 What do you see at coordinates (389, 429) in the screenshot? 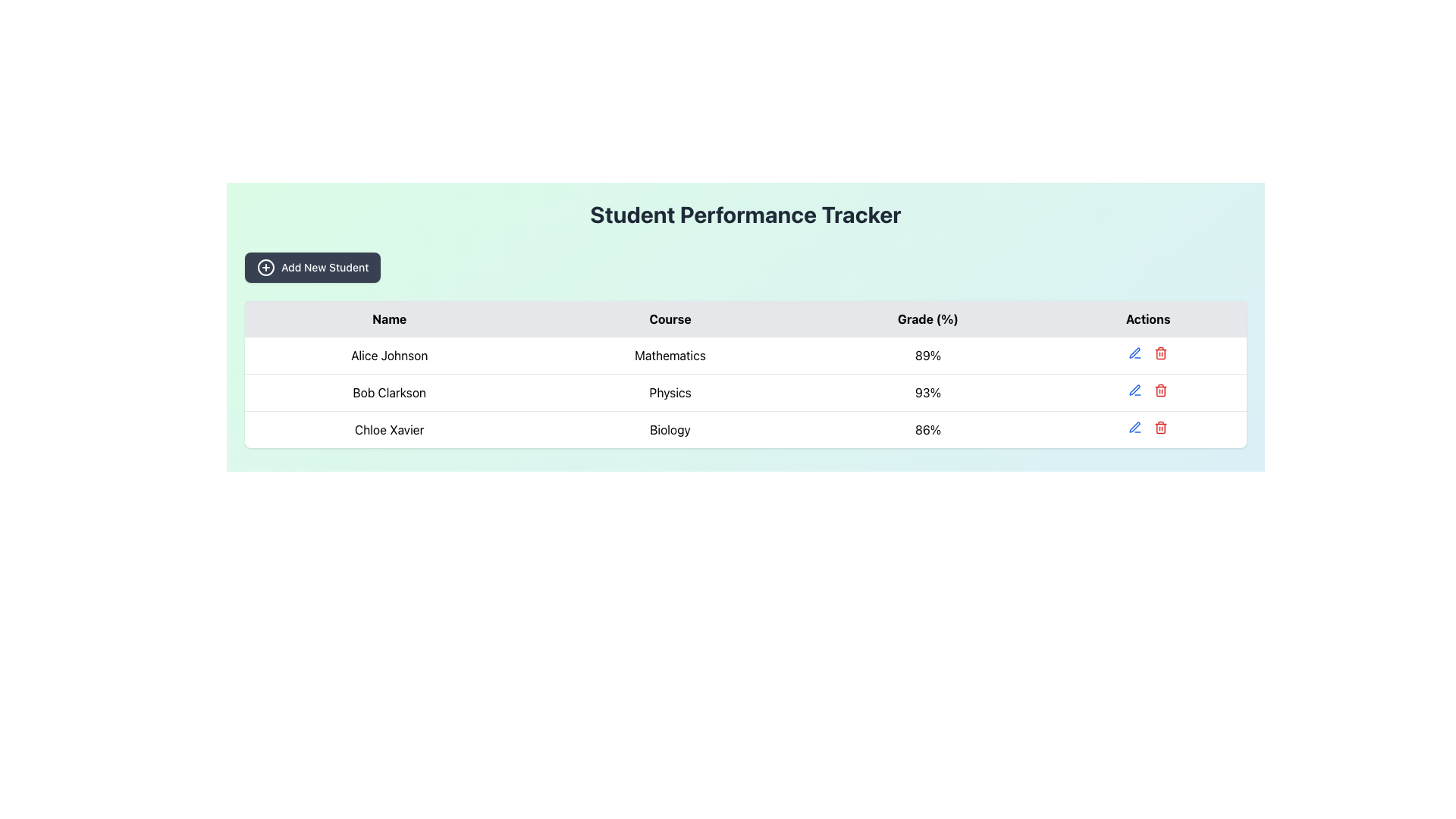
I see `the 'Name' text label of the student in the third row of the 'Student Performance Tracker' table` at bounding box center [389, 429].